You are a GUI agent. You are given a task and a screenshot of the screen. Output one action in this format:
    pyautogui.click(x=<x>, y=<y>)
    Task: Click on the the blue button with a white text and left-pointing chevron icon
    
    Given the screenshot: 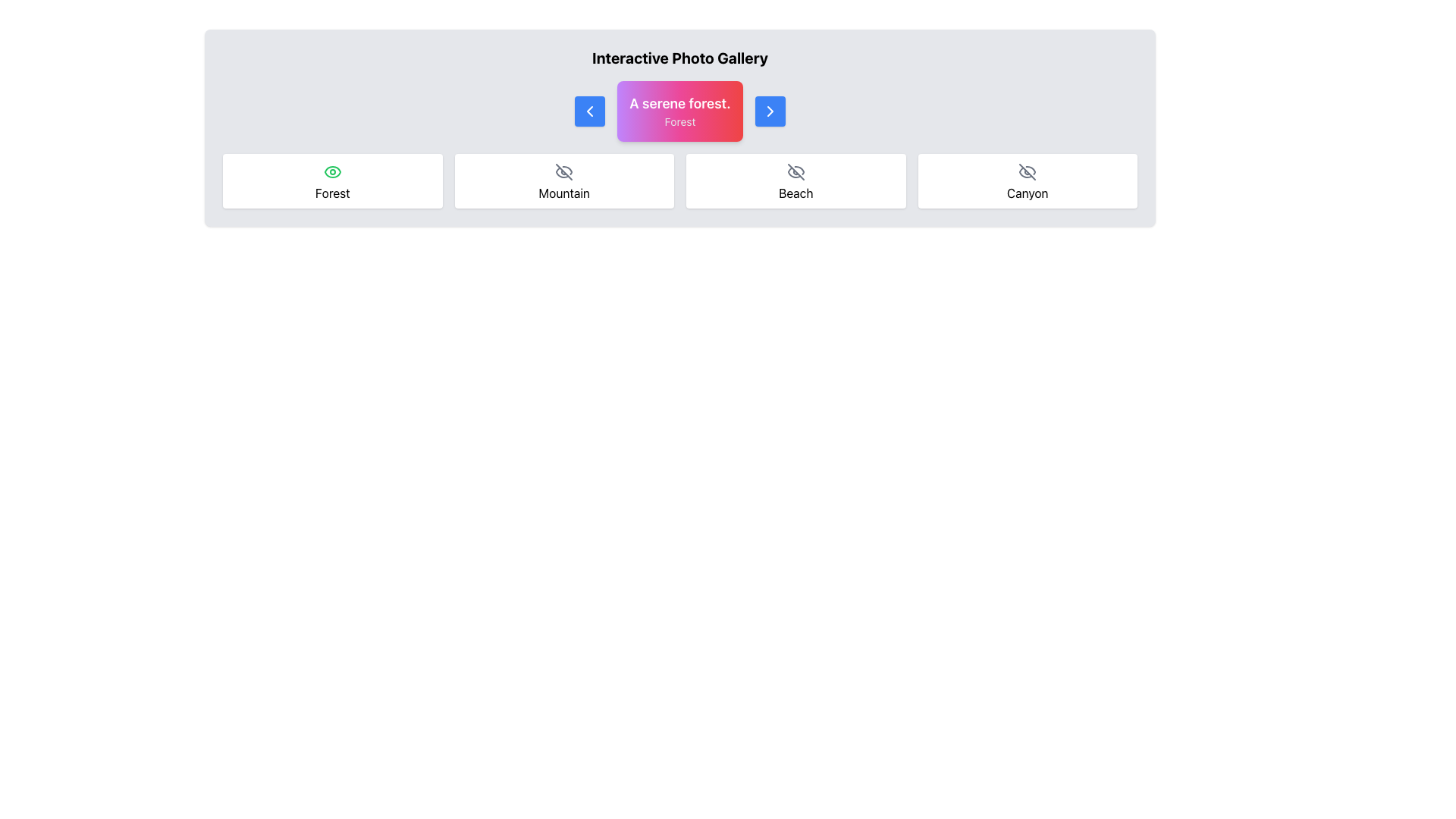 What is the action you would take?
    pyautogui.click(x=589, y=110)
    